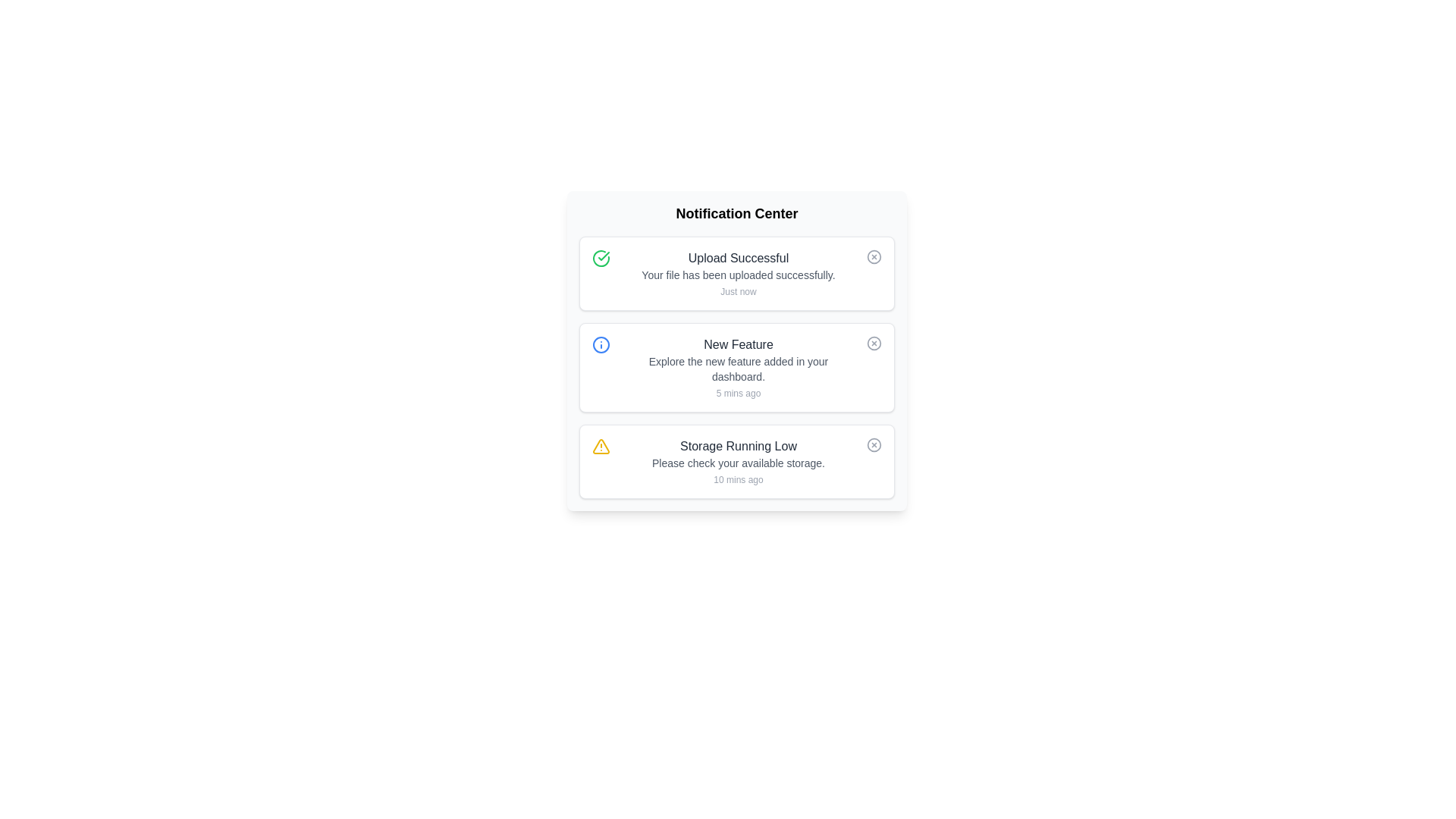 The image size is (1456, 819). I want to click on the informative text element that provides details about the 'New Feature' notification, so click(739, 369).